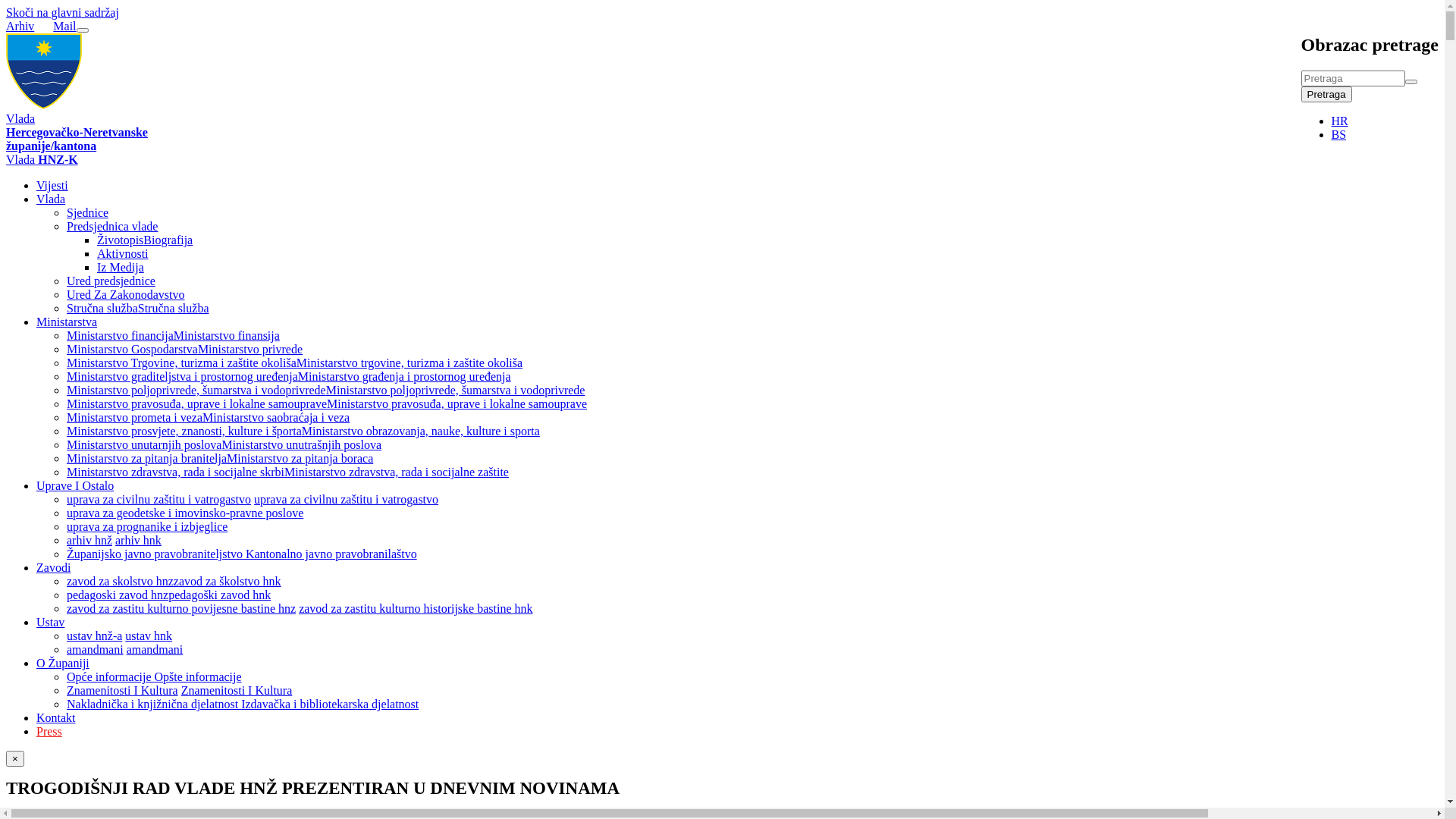  Describe the element at coordinates (250, 349) in the screenshot. I see `'Ministarstvo privrede'` at that location.